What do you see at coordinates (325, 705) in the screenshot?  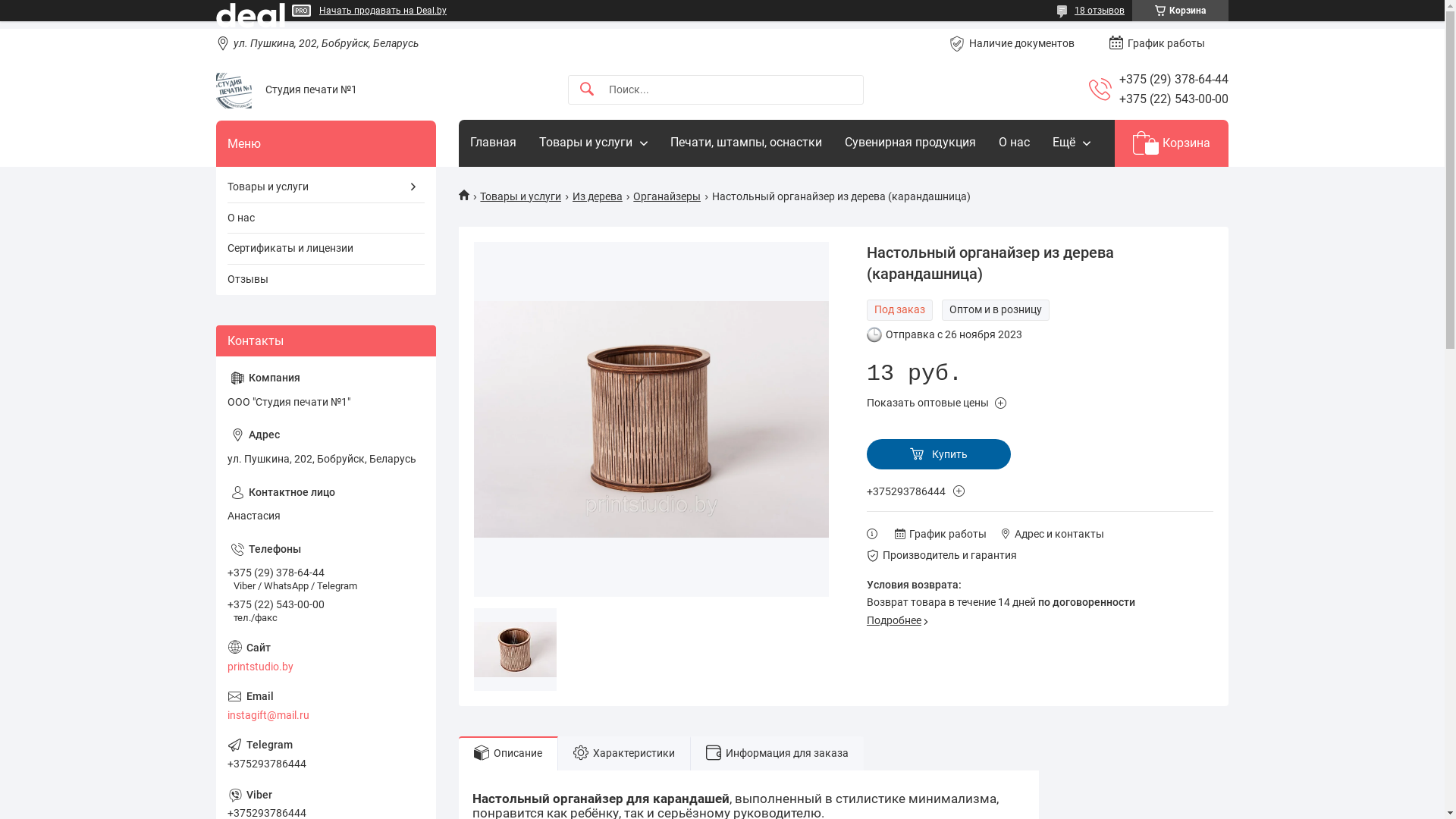 I see `'instagift@mail.ru'` at bounding box center [325, 705].